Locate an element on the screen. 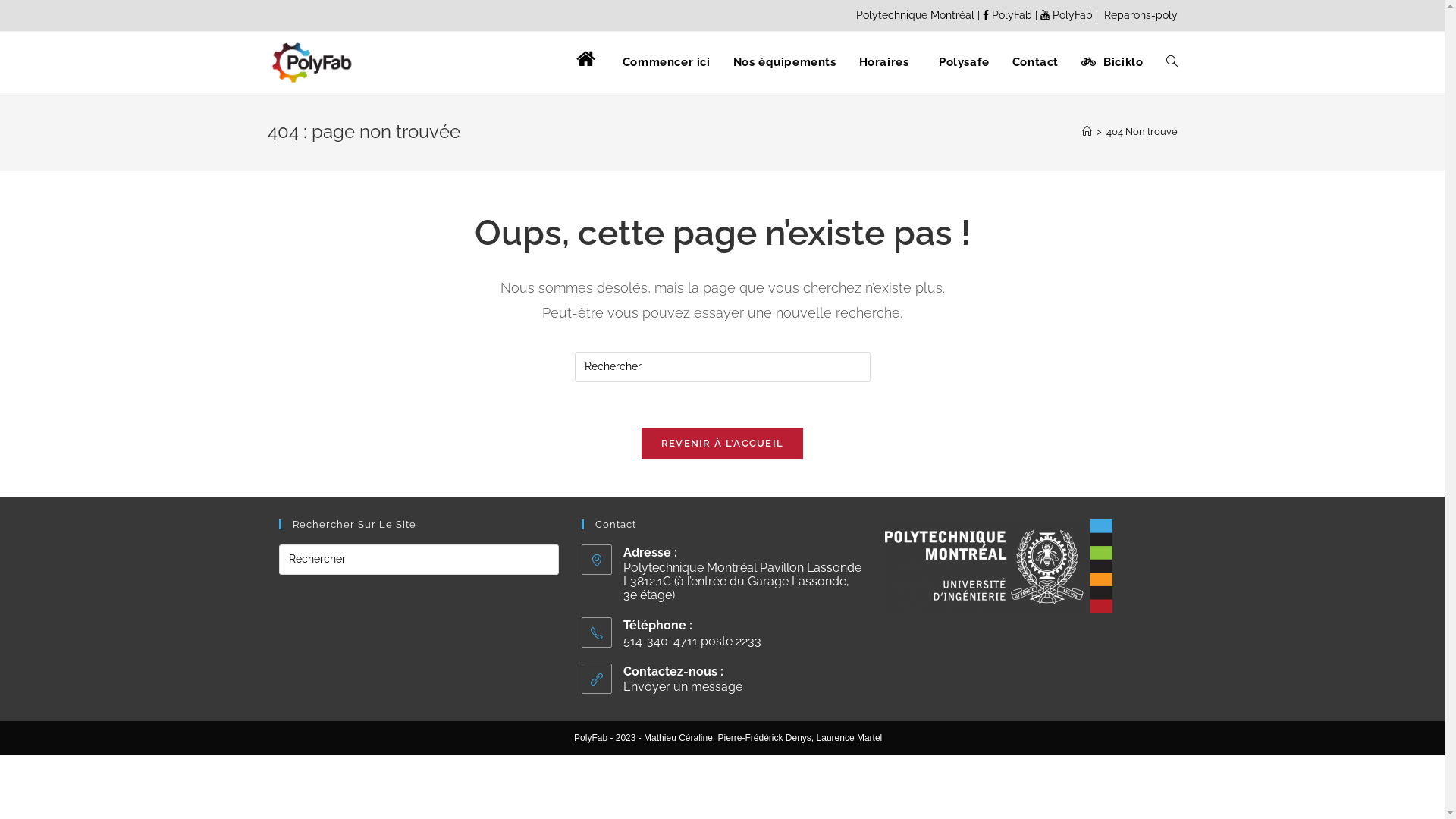 This screenshot has width=1456, height=819. 'Horaires' is located at coordinates (884, 61).